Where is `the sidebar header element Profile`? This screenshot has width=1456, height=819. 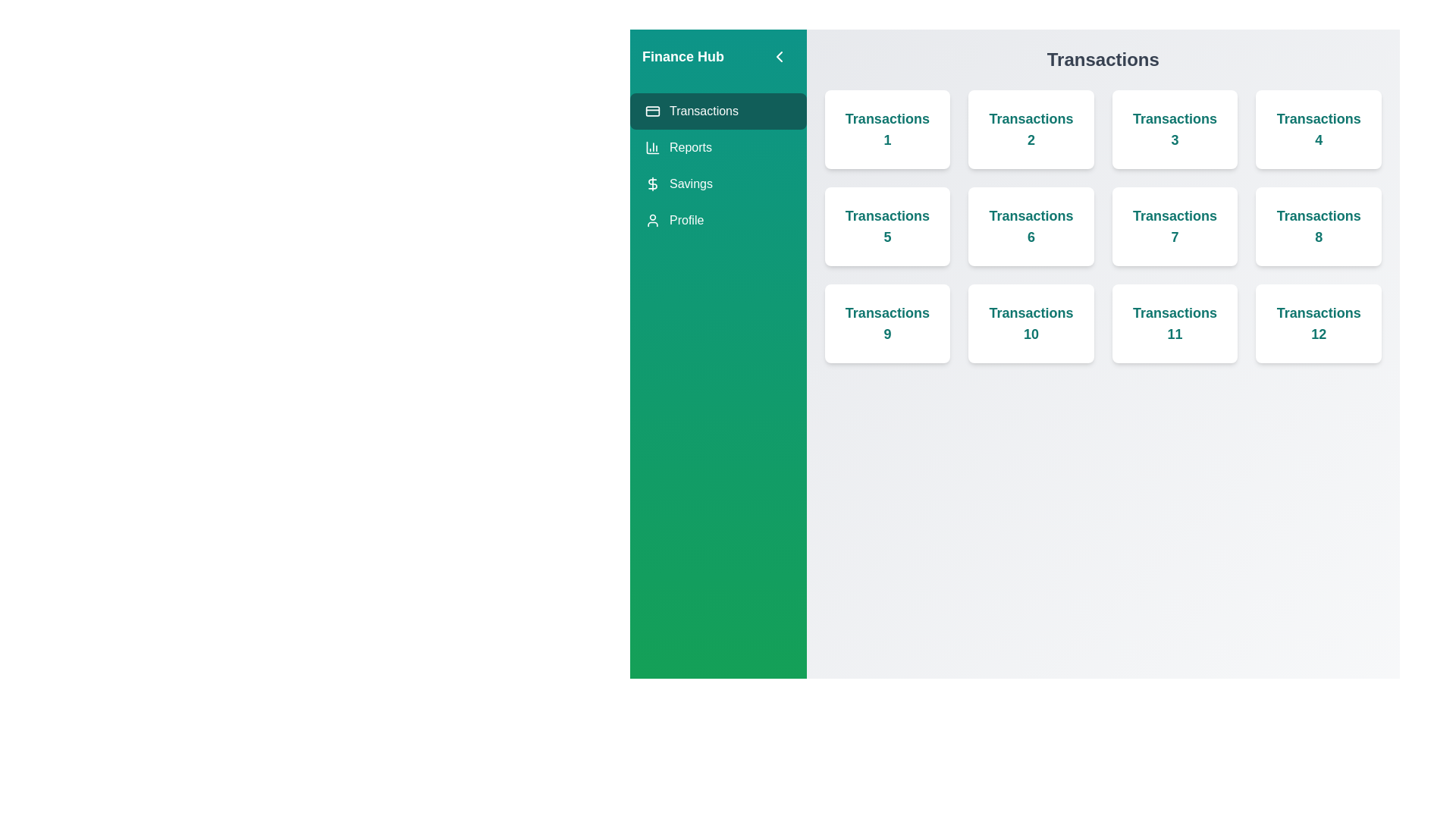 the sidebar header element Profile is located at coordinates (717, 220).